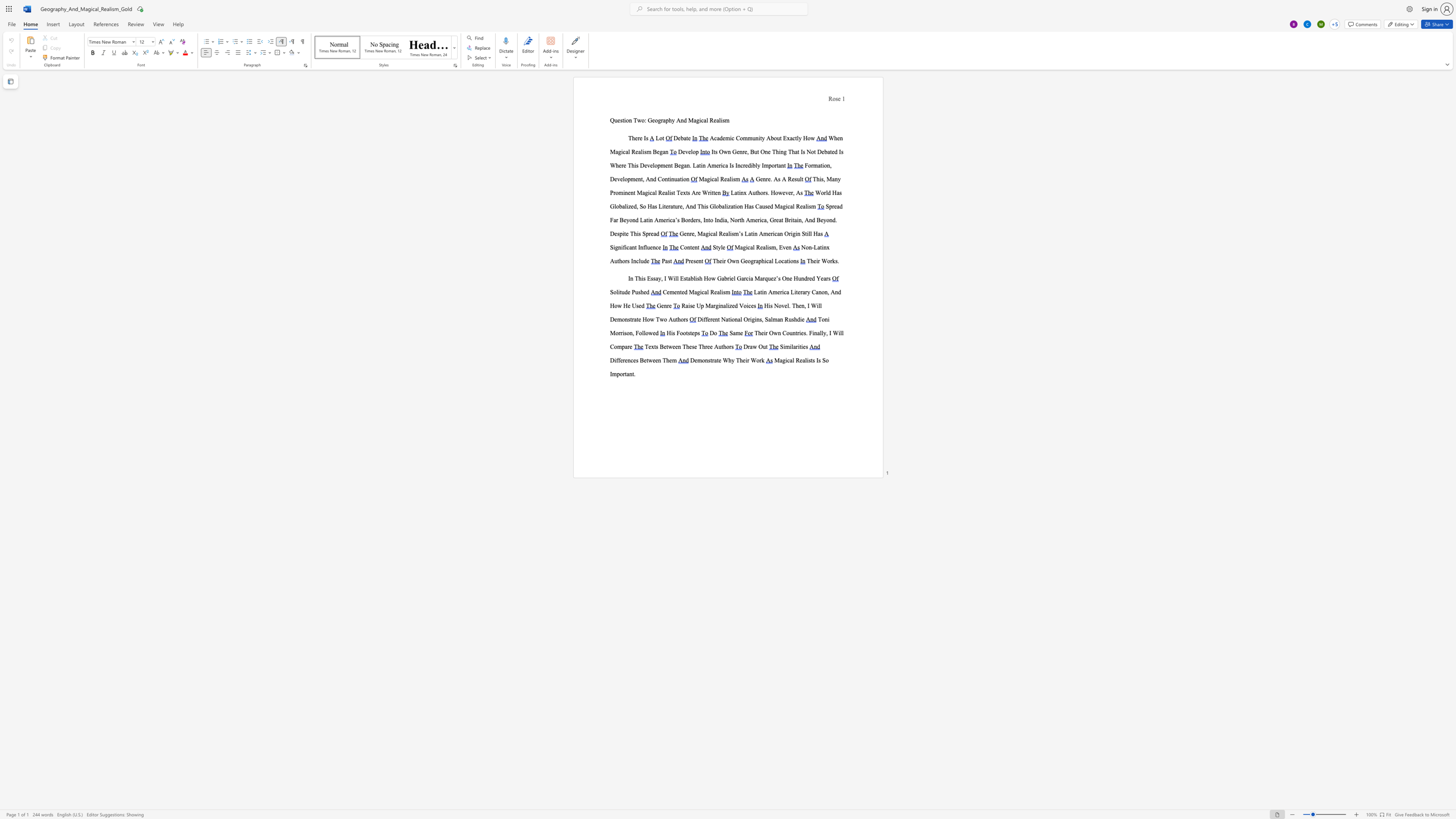  Describe the element at coordinates (656, 247) in the screenshot. I see `the 2th character "c" in the text` at that location.